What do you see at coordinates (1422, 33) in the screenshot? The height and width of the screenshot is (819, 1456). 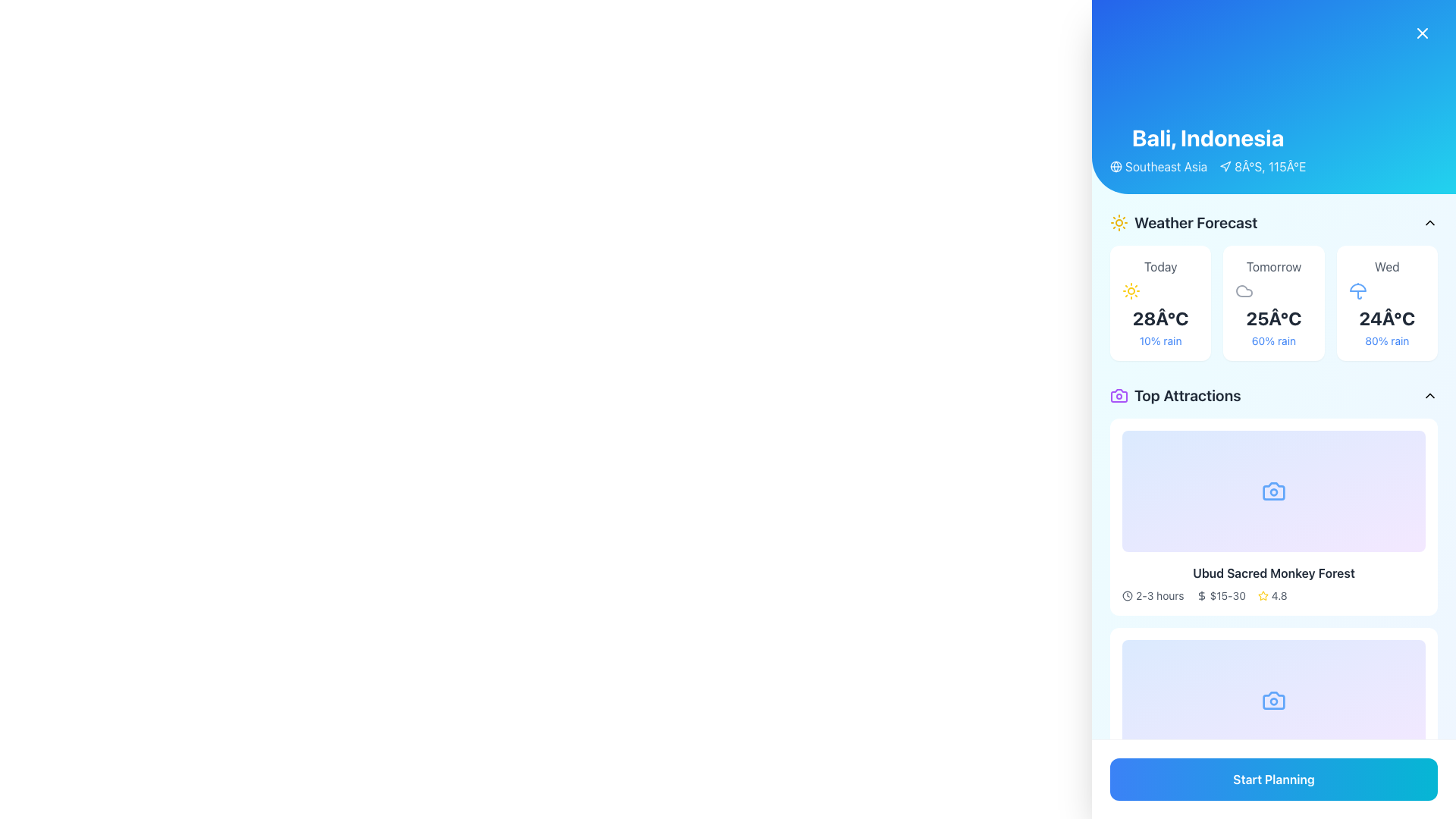 I see `the circular close icon with a white 'X' symbol located on a bright blue background in the top-right corner of the card displaying location 'Bali, Indonesia' and weather details` at bounding box center [1422, 33].